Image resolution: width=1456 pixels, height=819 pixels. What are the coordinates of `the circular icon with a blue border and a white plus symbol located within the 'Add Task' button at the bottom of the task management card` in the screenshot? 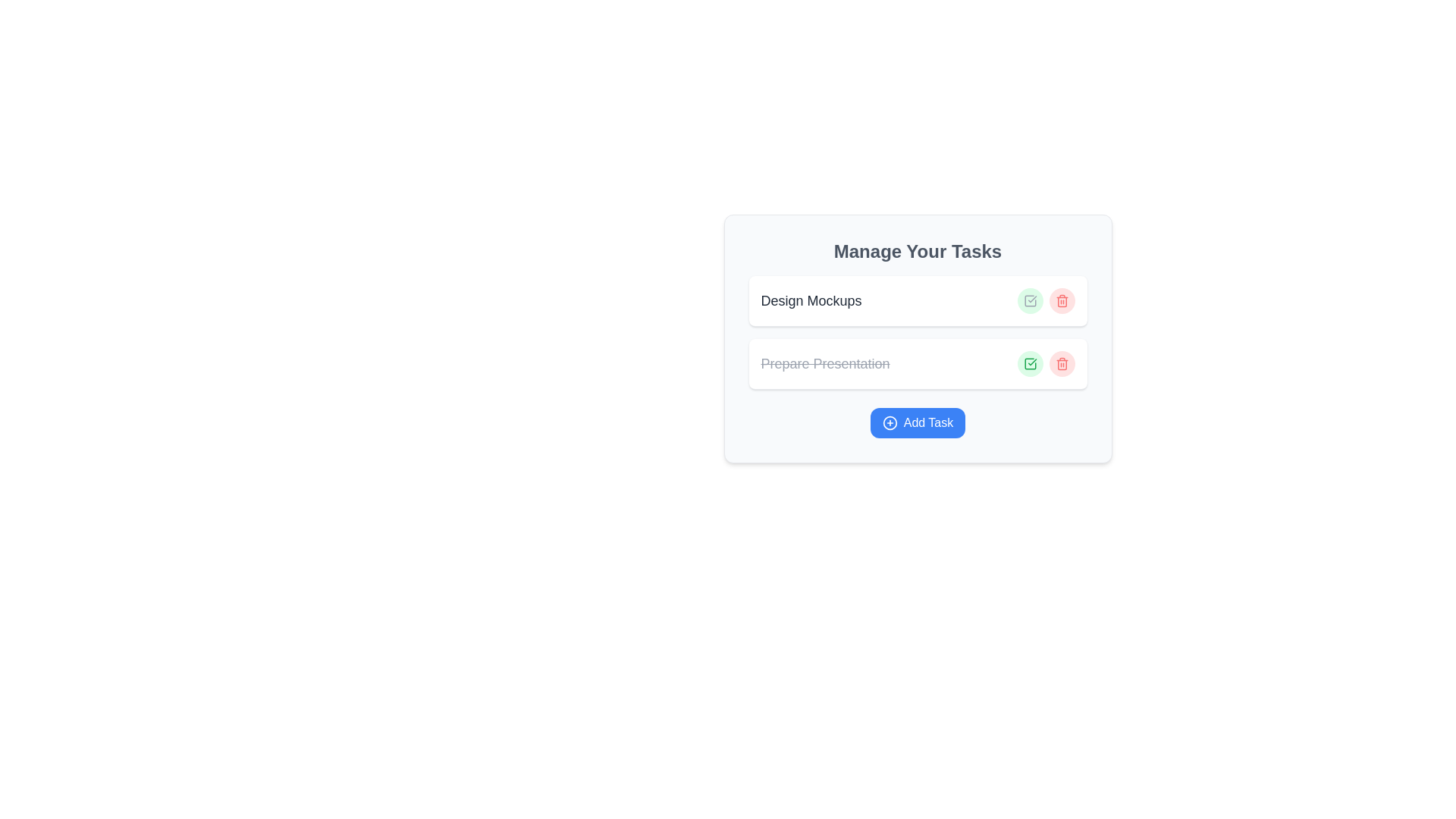 It's located at (890, 423).